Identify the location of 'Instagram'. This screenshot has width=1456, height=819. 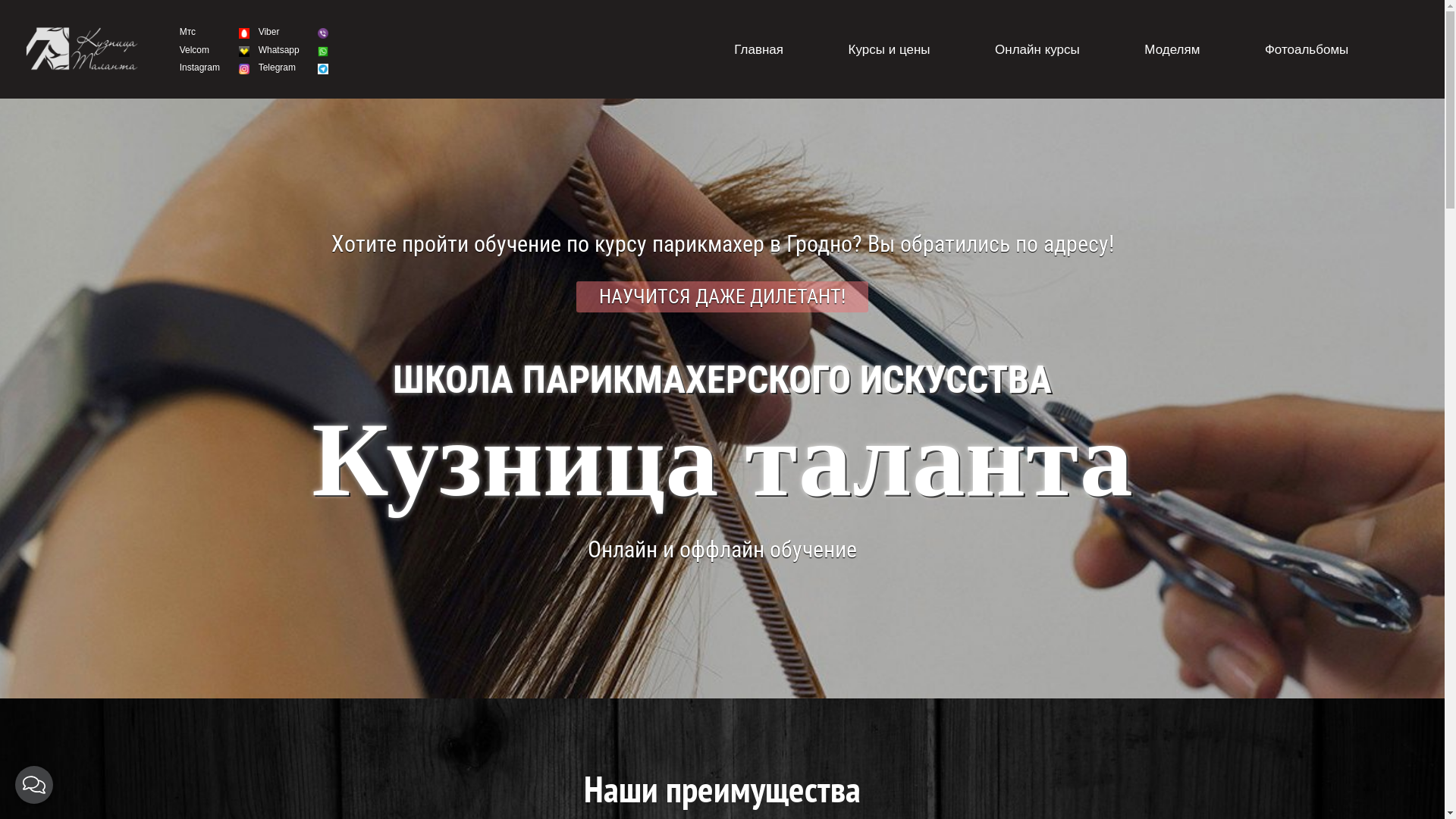
(199, 66).